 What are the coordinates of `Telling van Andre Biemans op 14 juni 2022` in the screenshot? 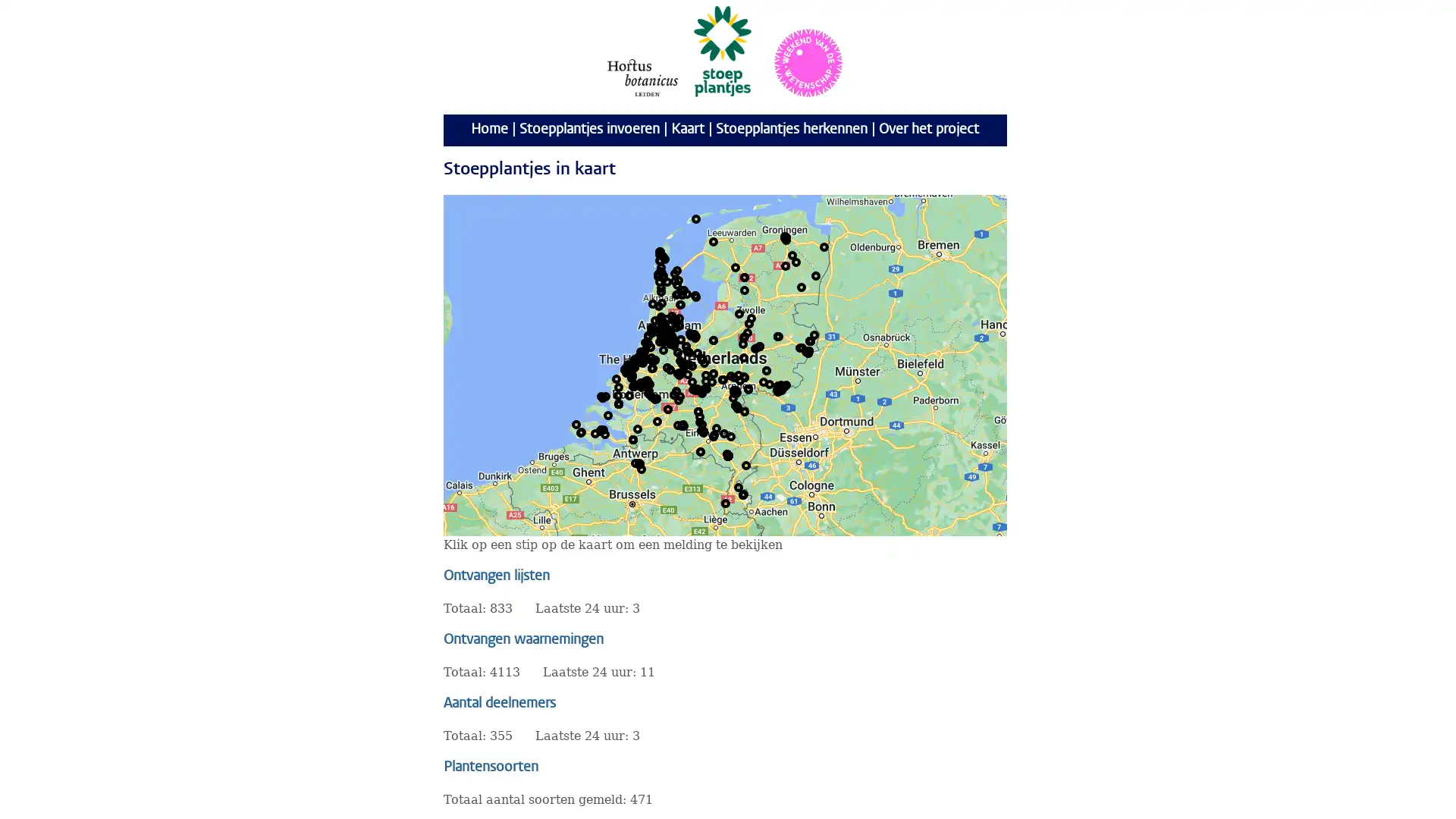 It's located at (641, 359).